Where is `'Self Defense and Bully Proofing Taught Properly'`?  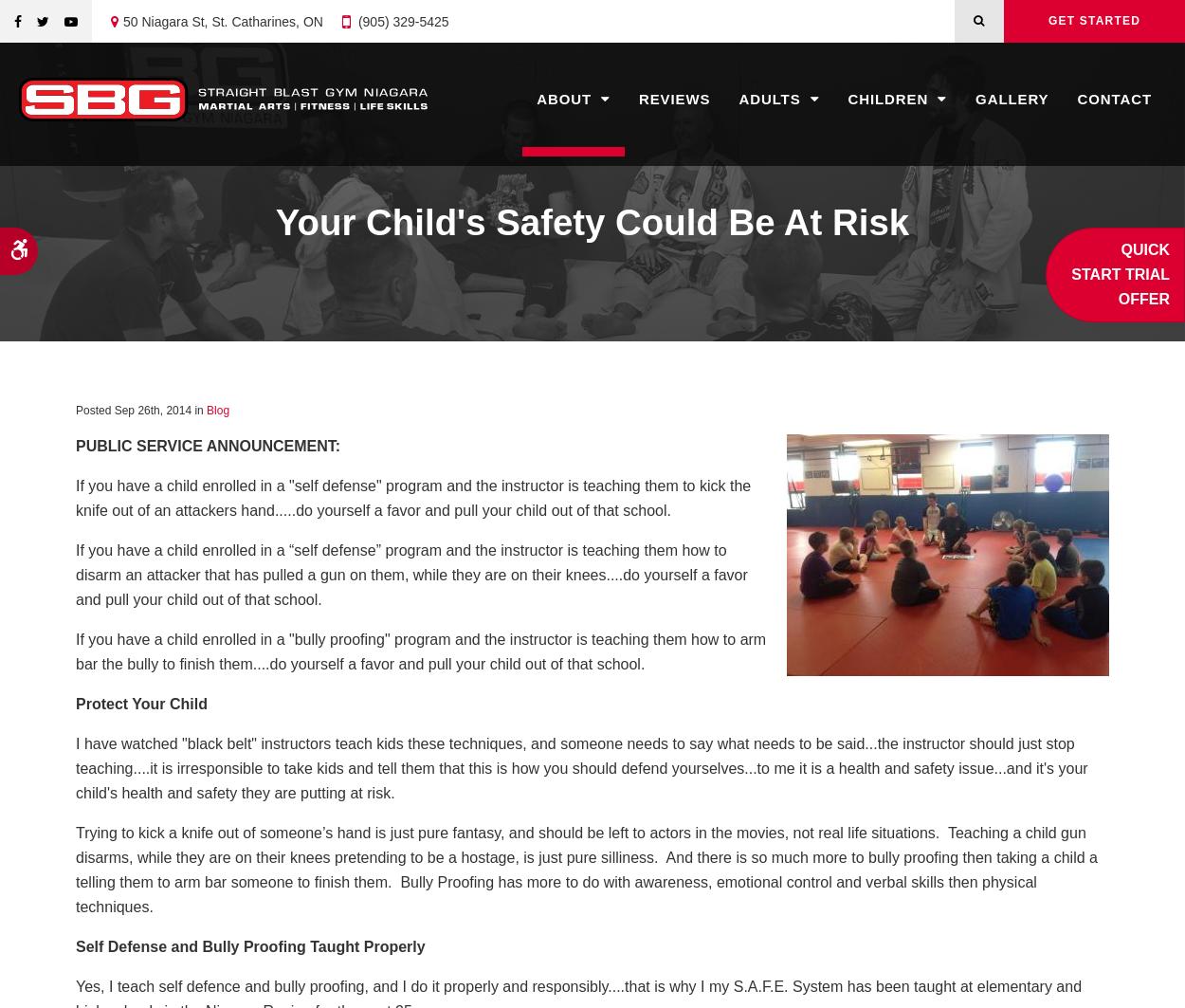
'Self Defense and Bully Proofing Taught Properly' is located at coordinates (250, 945).